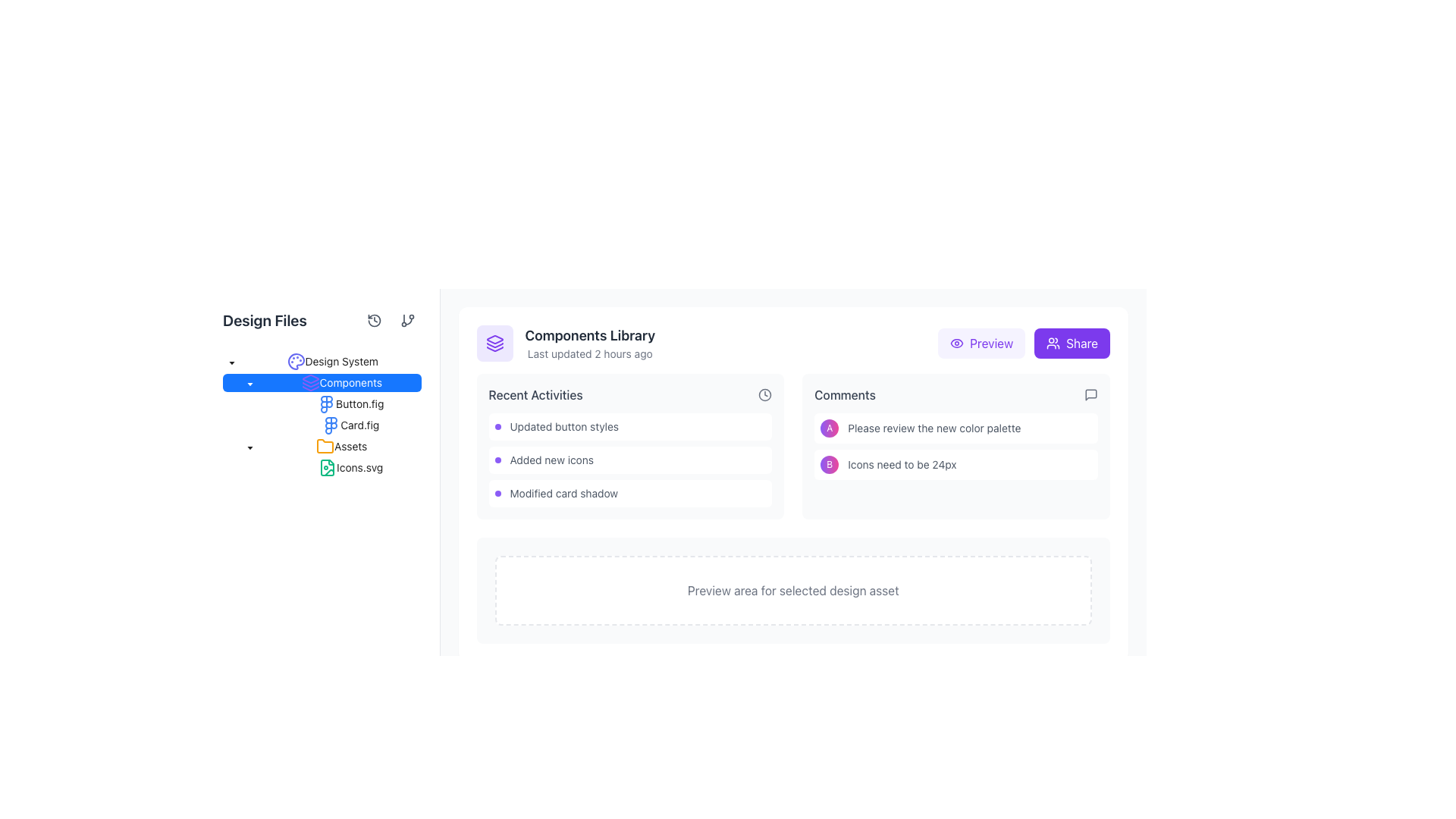 This screenshot has width=1456, height=819. Describe the element at coordinates (350, 467) in the screenshot. I see `the 'Icons.svg' file` at that location.